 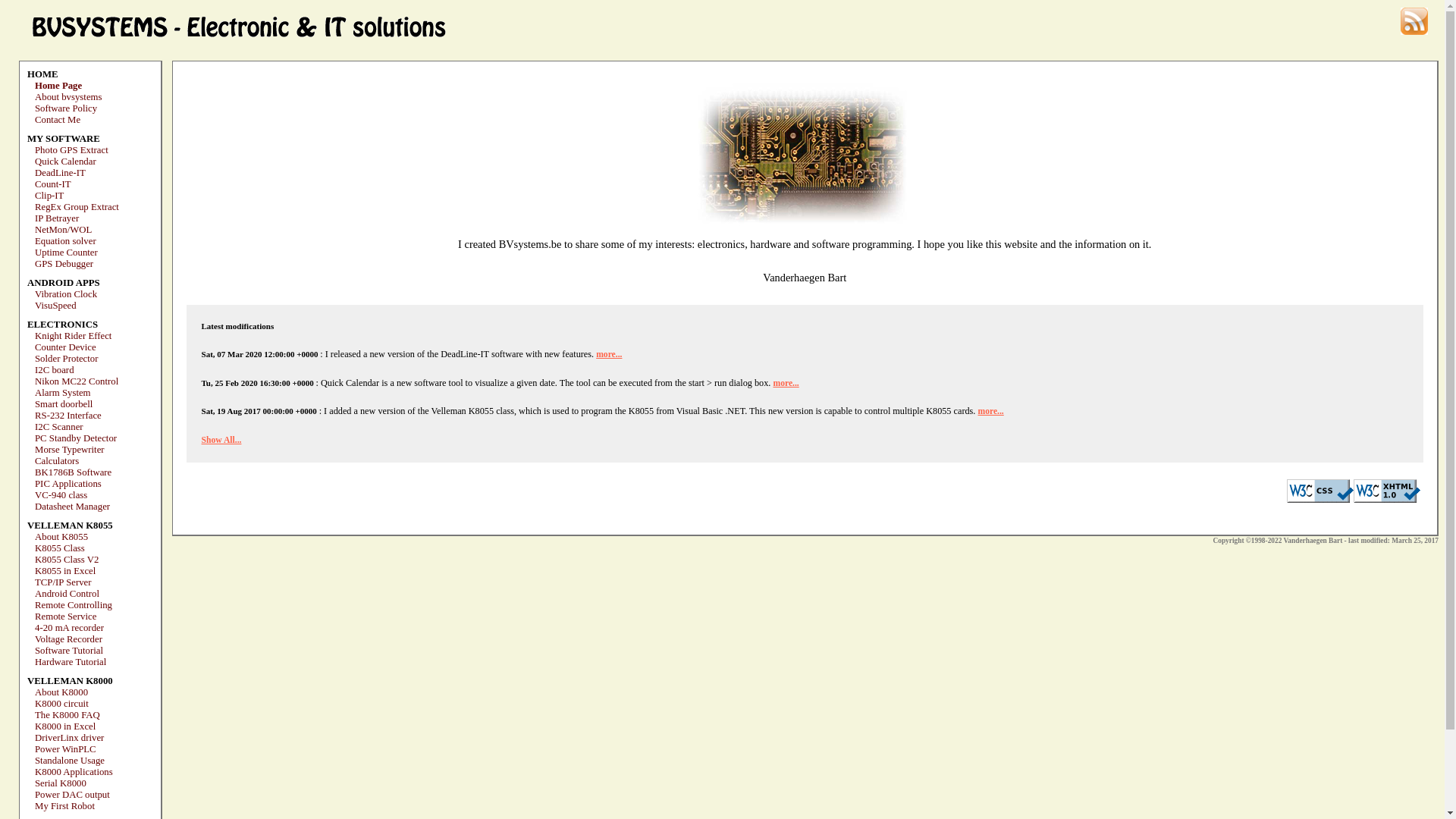 What do you see at coordinates (35, 427) in the screenshot?
I see `'I2C Scanner'` at bounding box center [35, 427].